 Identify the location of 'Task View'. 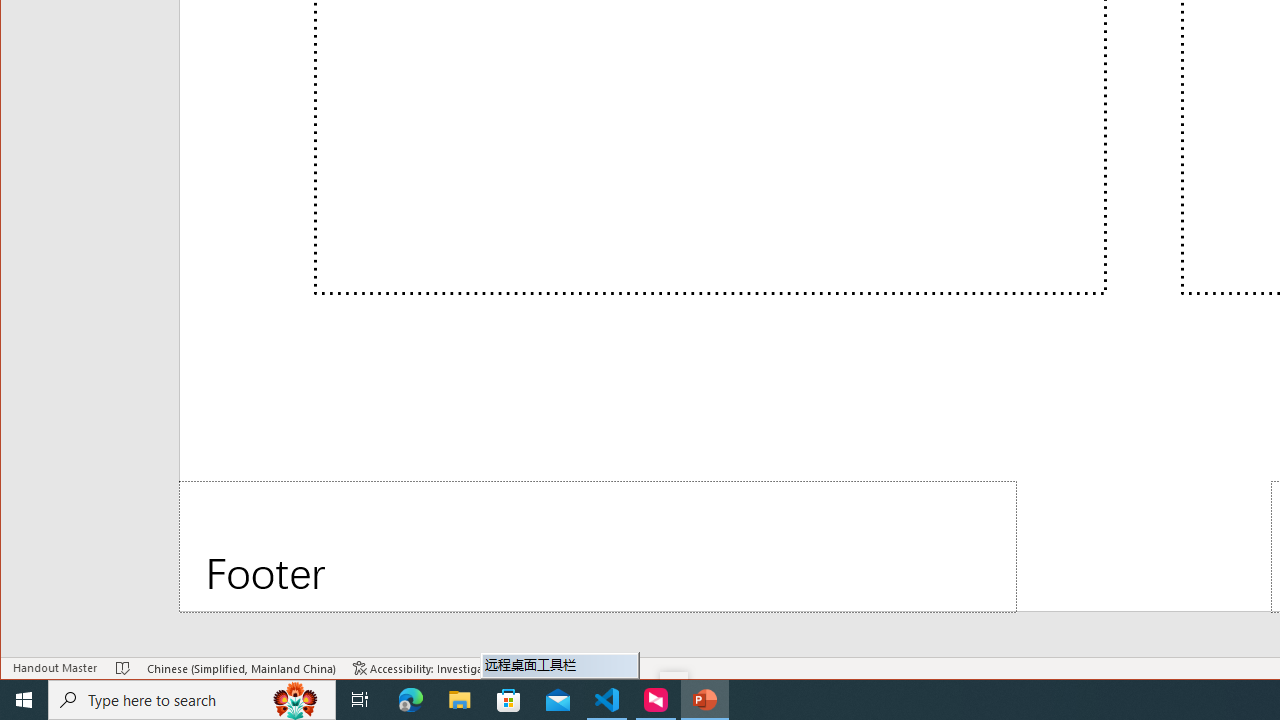
(359, 698).